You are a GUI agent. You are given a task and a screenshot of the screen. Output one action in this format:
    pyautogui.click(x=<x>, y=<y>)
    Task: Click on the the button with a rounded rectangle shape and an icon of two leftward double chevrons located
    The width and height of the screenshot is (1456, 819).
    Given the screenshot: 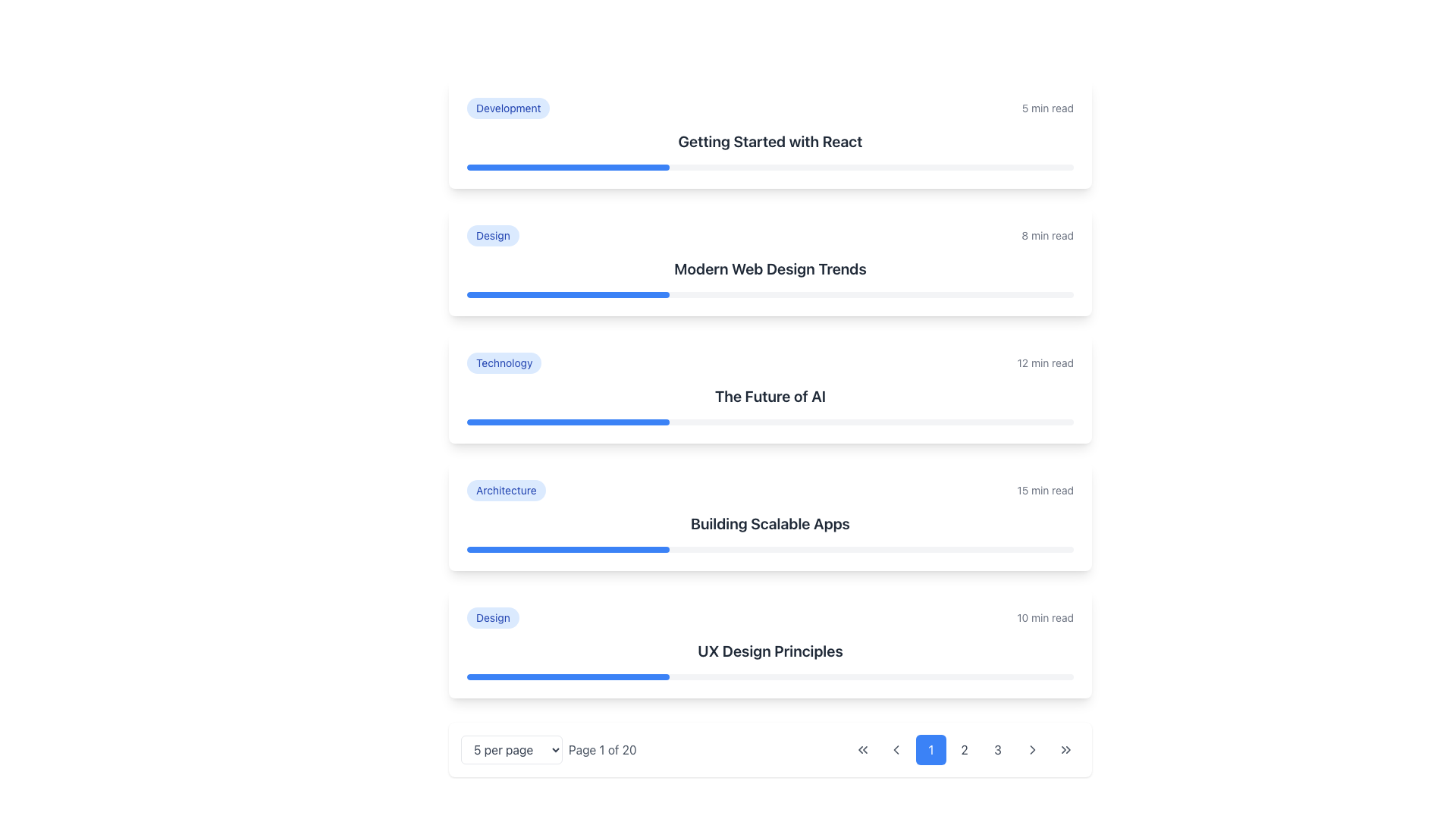 What is the action you would take?
    pyautogui.click(x=862, y=748)
    